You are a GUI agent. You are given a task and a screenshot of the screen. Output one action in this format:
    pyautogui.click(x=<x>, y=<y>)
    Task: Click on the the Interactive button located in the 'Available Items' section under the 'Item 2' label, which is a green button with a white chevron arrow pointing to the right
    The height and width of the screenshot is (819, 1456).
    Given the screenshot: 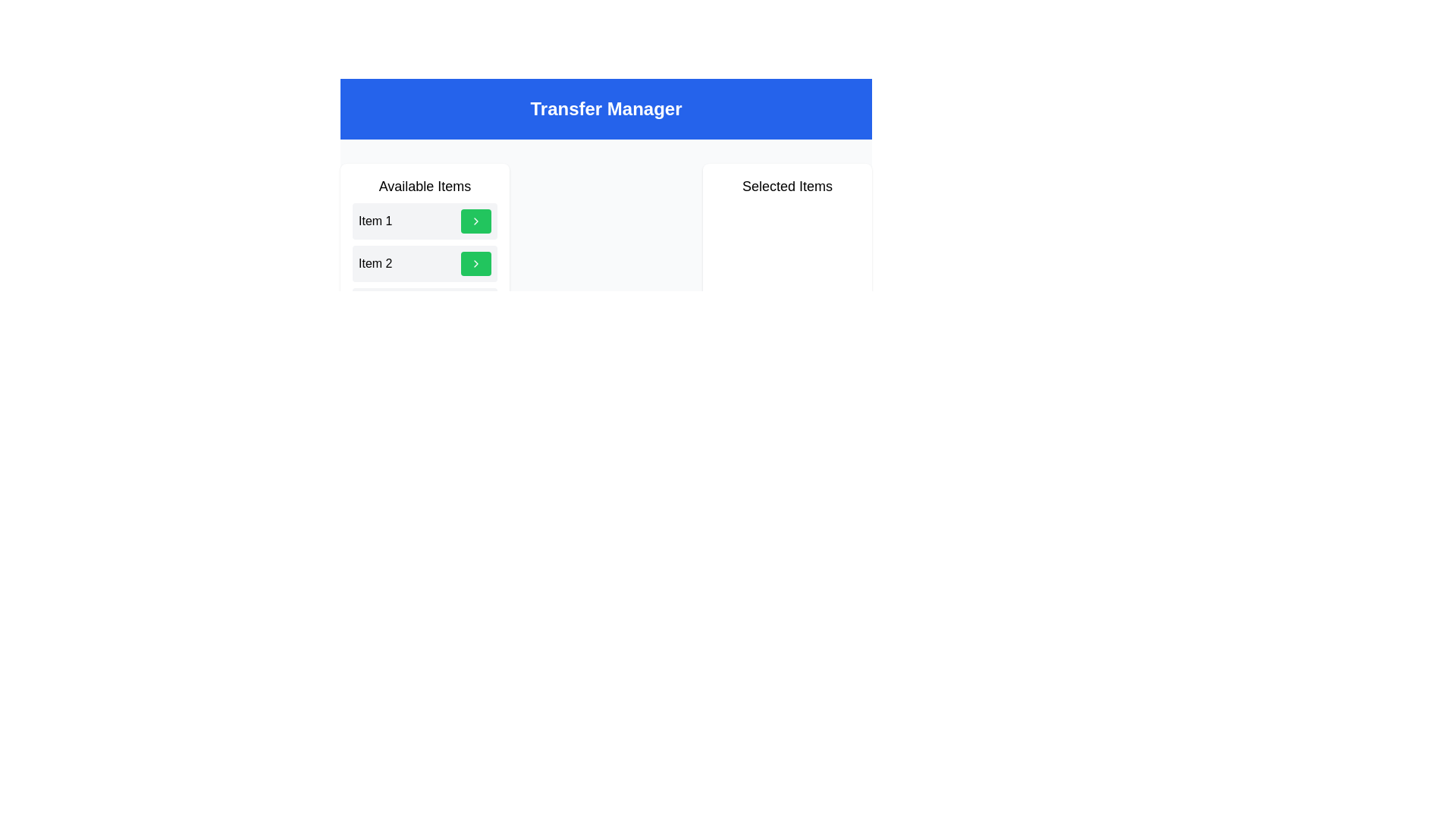 What is the action you would take?
    pyautogui.click(x=475, y=262)
    